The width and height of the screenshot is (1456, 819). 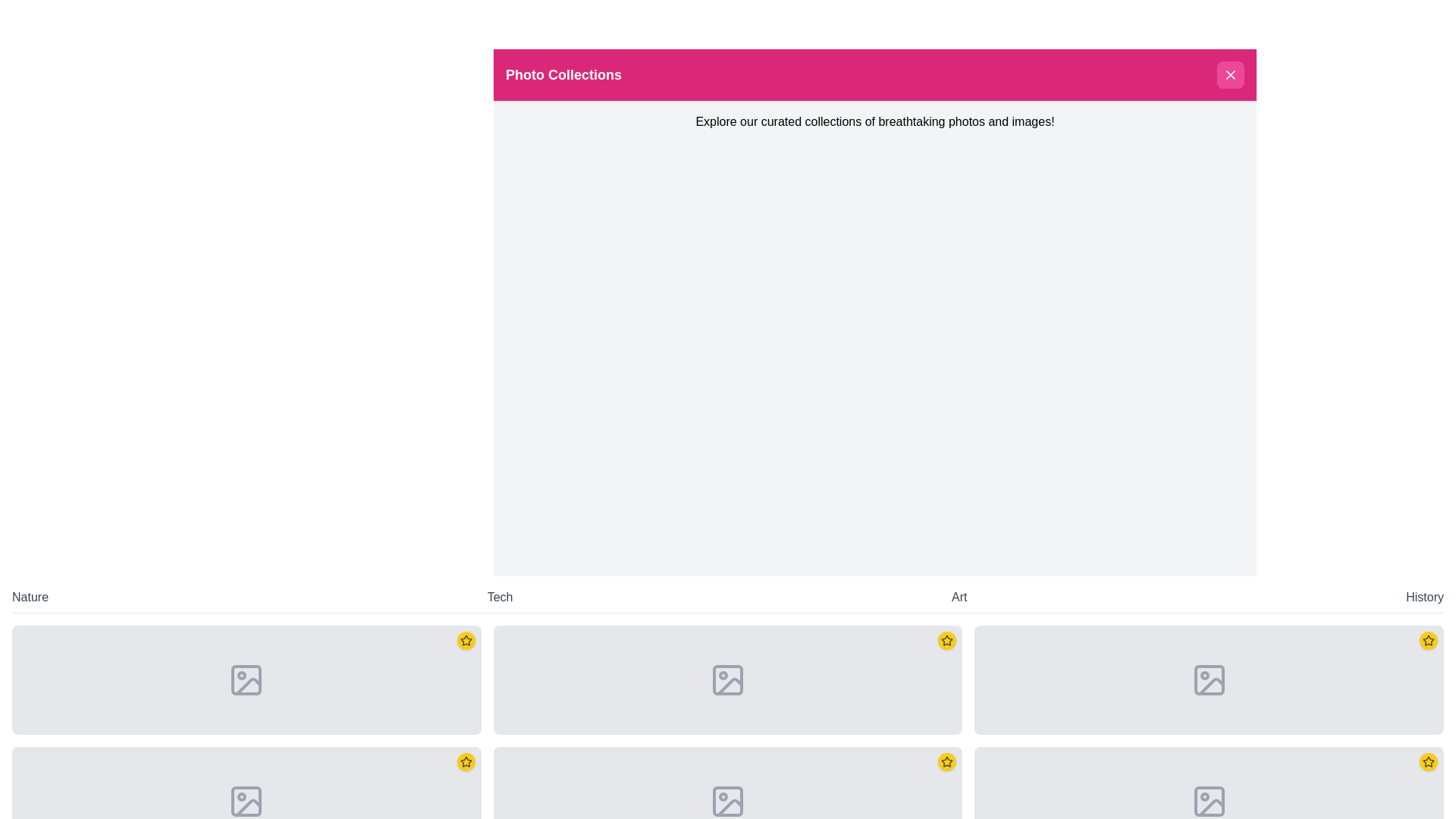 What do you see at coordinates (1427, 762) in the screenshot?
I see `the favorite icon located in the top-right corner of the card within the 'History' section` at bounding box center [1427, 762].